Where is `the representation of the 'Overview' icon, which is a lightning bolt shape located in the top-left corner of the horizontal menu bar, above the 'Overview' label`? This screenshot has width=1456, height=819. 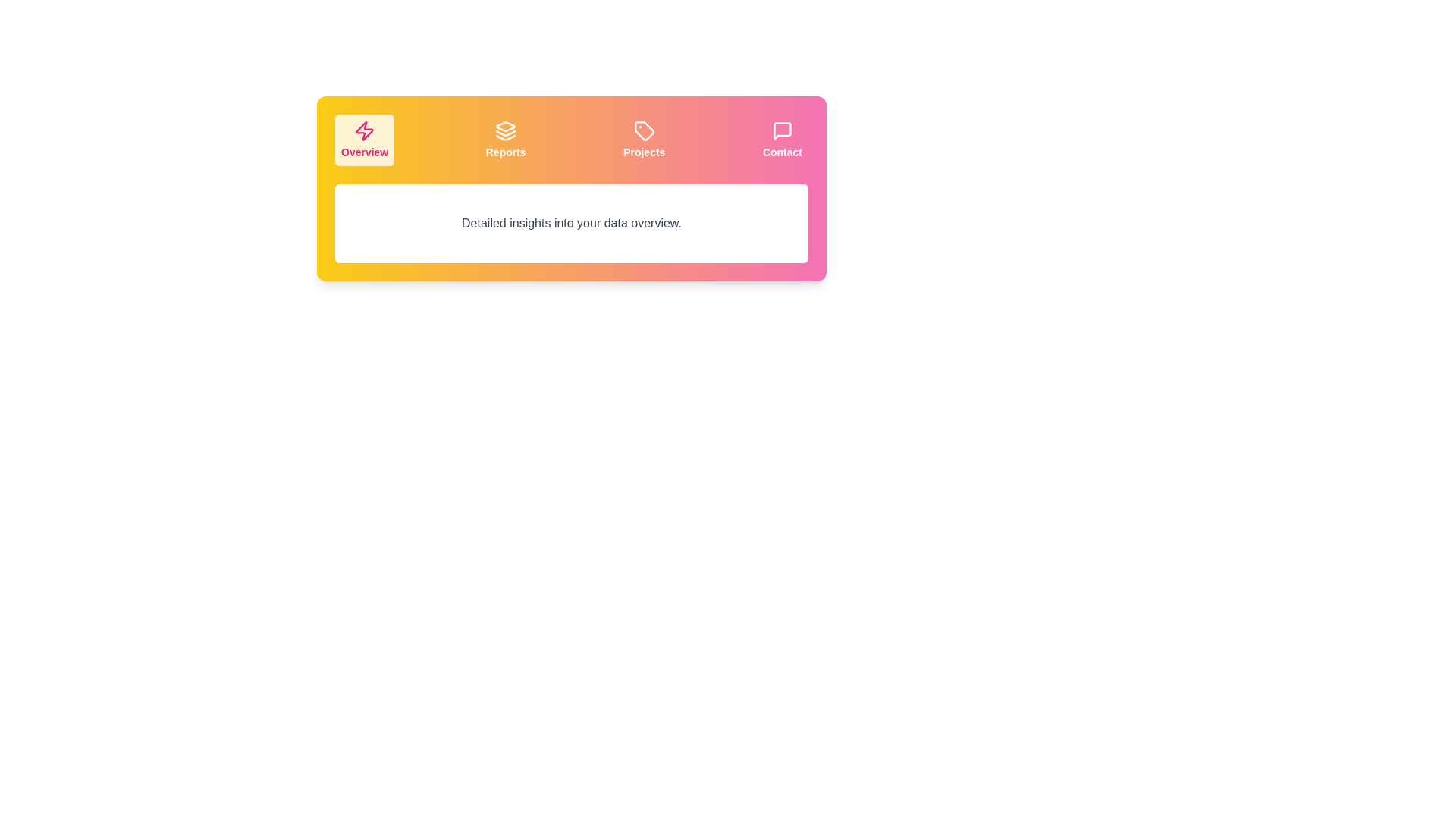 the representation of the 'Overview' icon, which is a lightning bolt shape located in the top-left corner of the horizontal menu bar, above the 'Overview' label is located at coordinates (365, 130).